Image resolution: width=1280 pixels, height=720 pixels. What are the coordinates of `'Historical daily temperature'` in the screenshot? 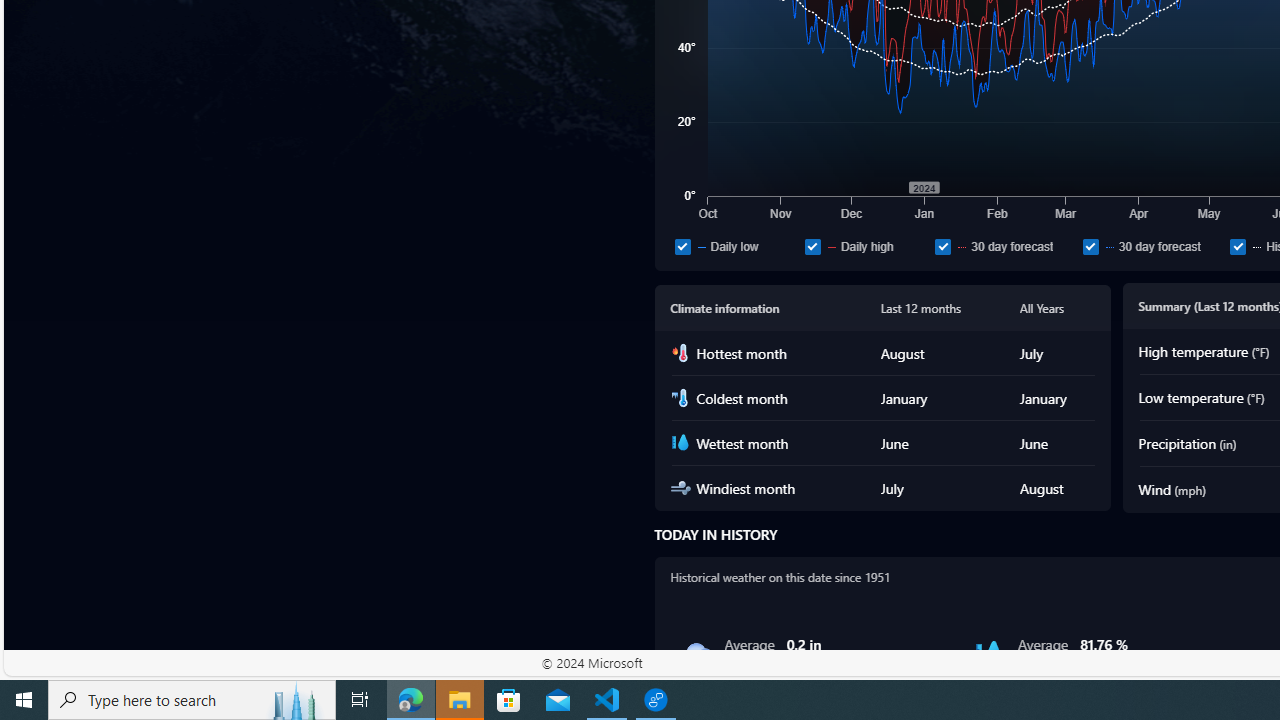 It's located at (1237, 245).